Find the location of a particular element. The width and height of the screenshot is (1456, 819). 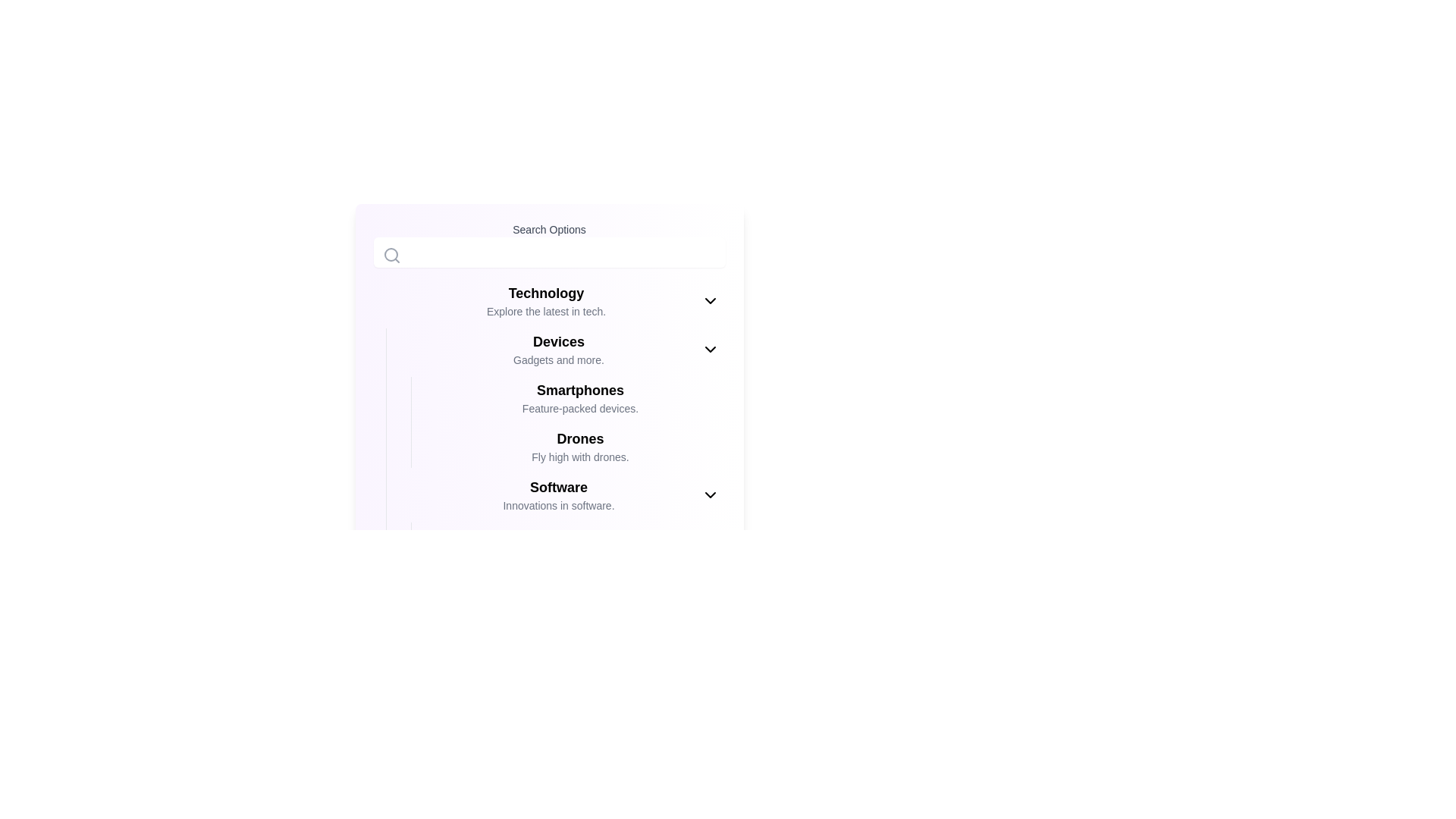

the 'Drones' text block in the main menu under 'Technology', which is positioned between 'Smartphones' and 'Software' is located at coordinates (548, 446).